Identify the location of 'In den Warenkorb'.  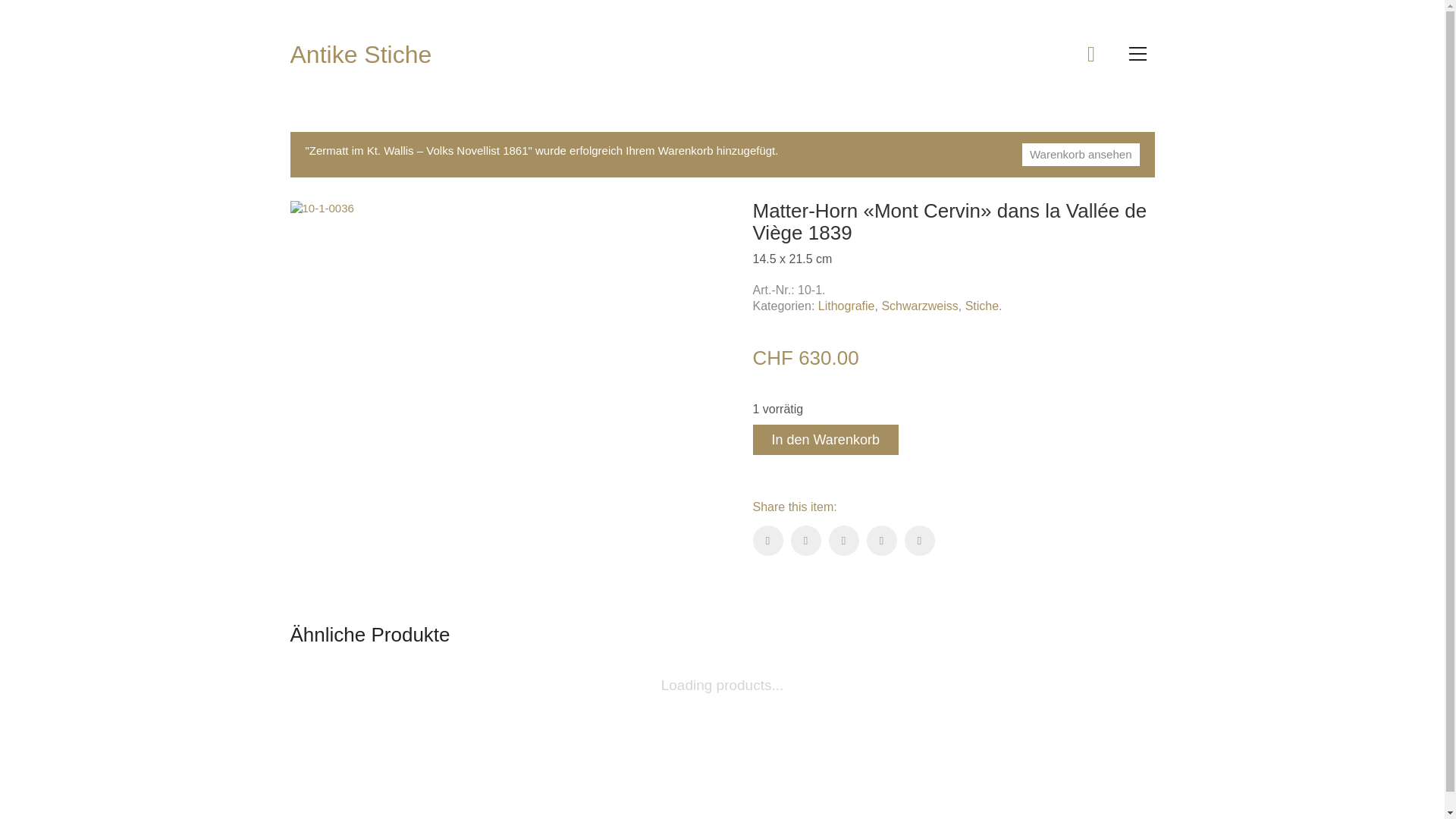
(824, 439).